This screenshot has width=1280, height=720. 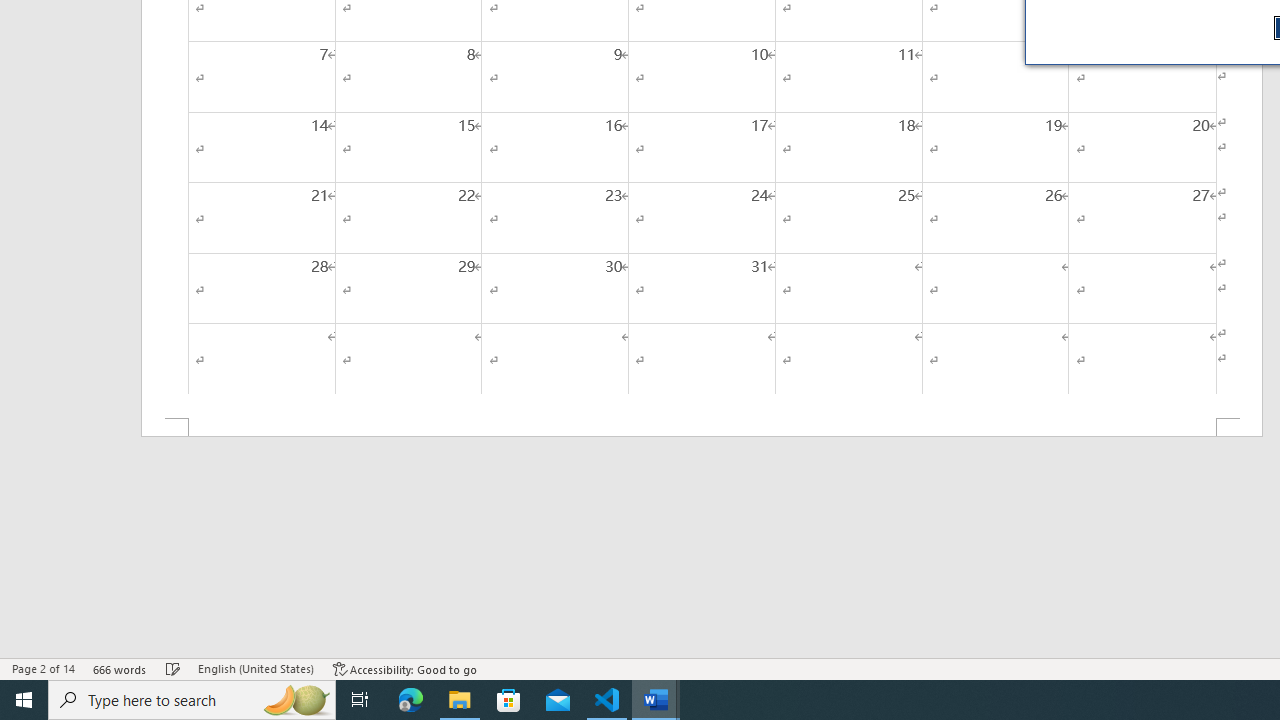 What do you see at coordinates (404, 669) in the screenshot?
I see `'Accessibility Checker Accessibility: Good to go'` at bounding box center [404, 669].